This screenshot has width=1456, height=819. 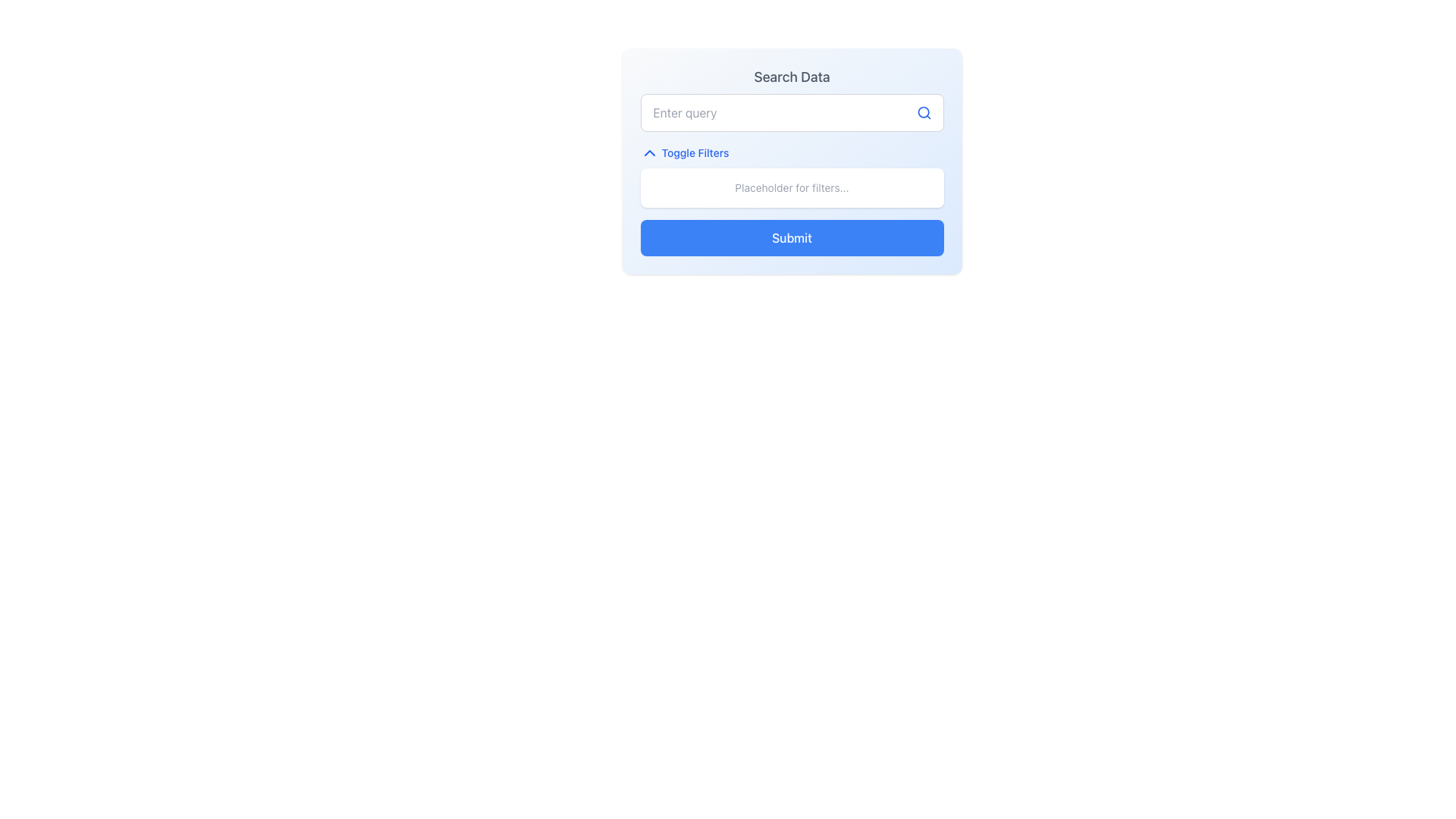 What do you see at coordinates (649, 152) in the screenshot?
I see `the upward-facing chevron icon with a blue outline, located to the left of the 'Toggle Filters' text label in the search form interface, to trigger any hover effects` at bounding box center [649, 152].